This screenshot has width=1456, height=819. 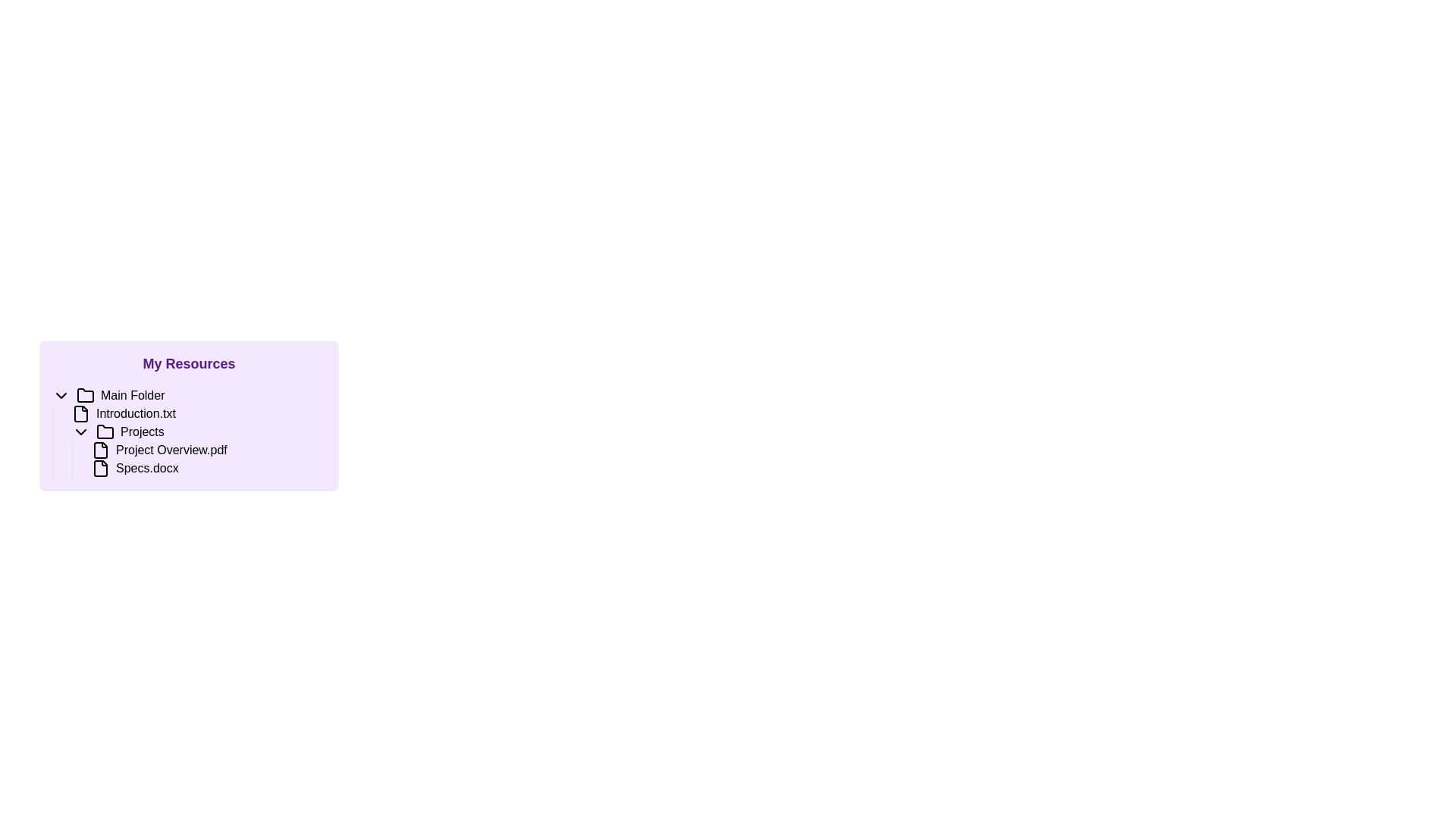 What do you see at coordinates (100, 450) in the screenshot?
I see `the file icon with a black outline and white fill located to the left of the label 'Project Overview.pdf'` at bounding box center [100, 450].